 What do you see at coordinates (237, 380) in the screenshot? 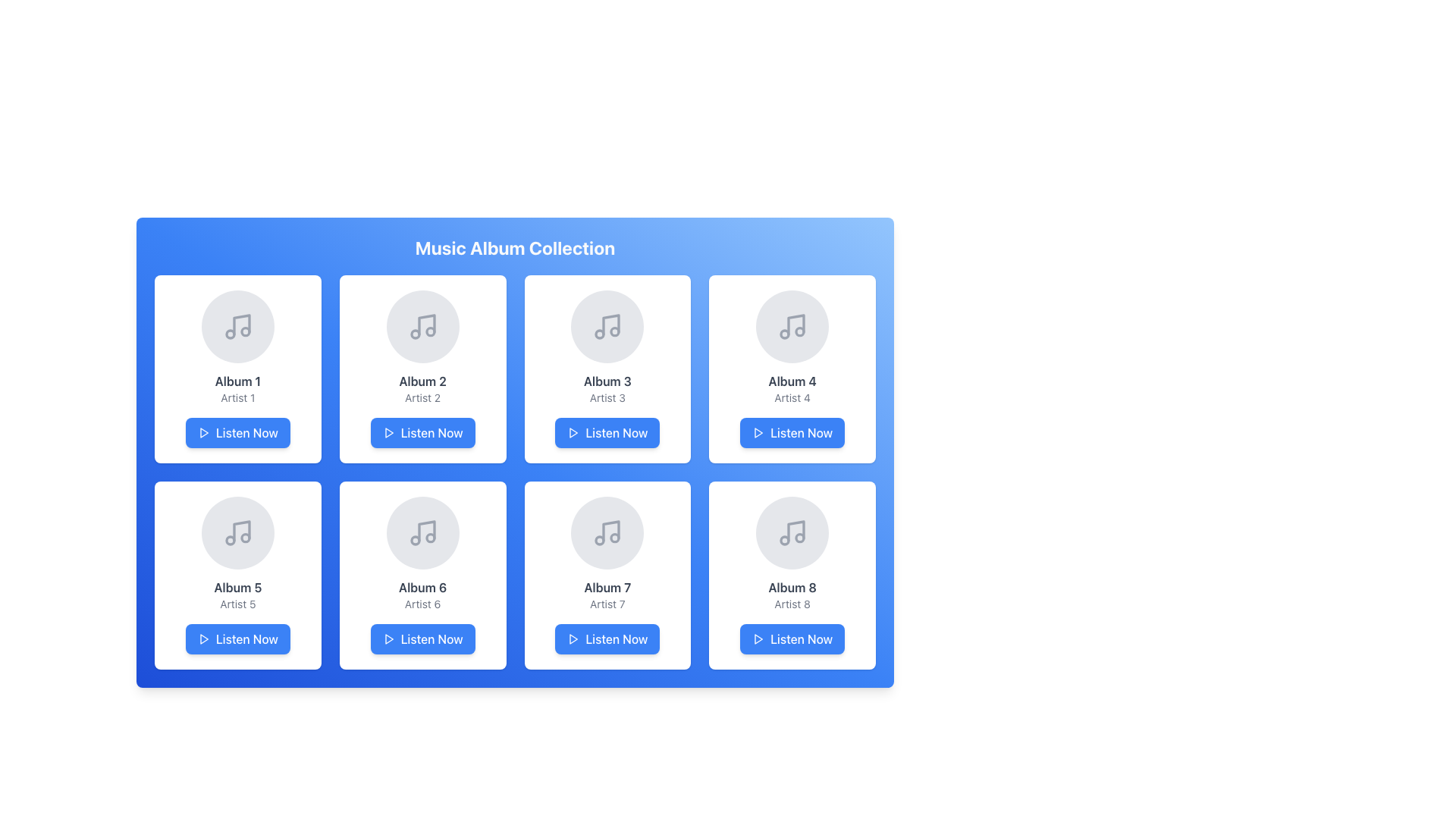
I see `the text label displaying 'Album 1' which is centrally located in the first card of the album collection grid` at bounding box center [237, 380].